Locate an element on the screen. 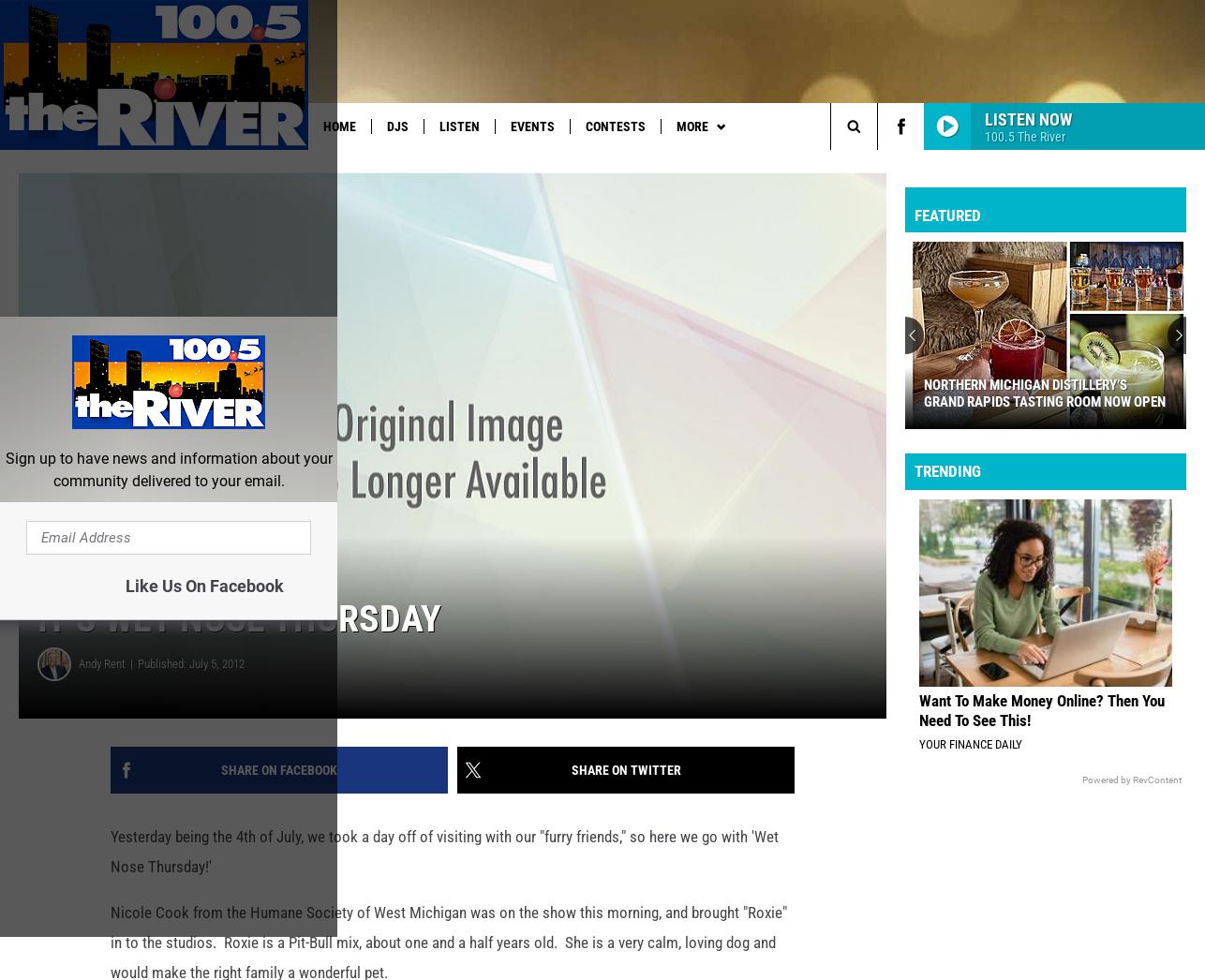  'Listen' is located at coordinates (437, 126).